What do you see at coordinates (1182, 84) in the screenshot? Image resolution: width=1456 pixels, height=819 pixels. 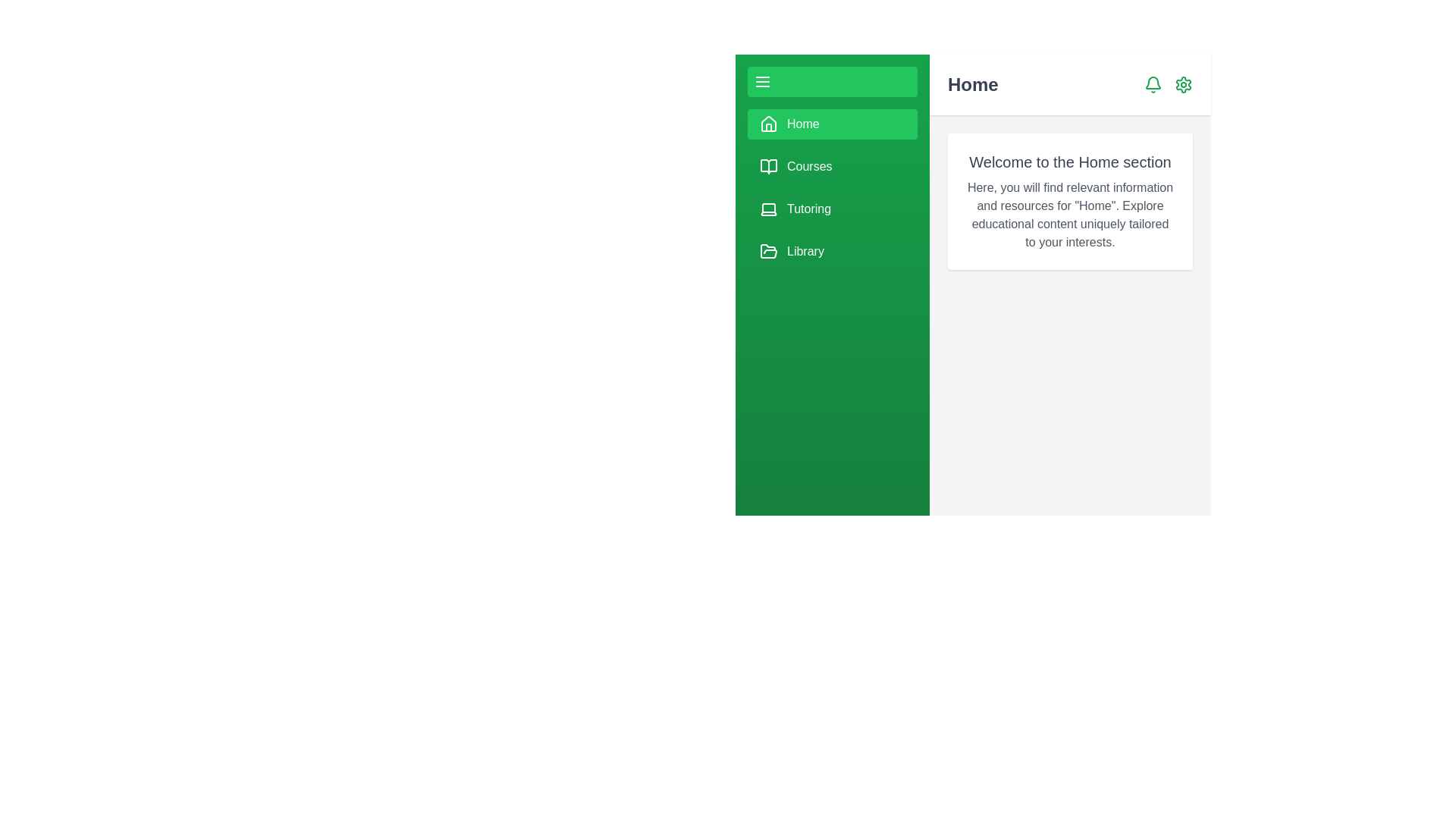 I see `the green cogwheel icon located in the top-right corner, adjacent to the bell icon` at bounding box center [1182, 84].